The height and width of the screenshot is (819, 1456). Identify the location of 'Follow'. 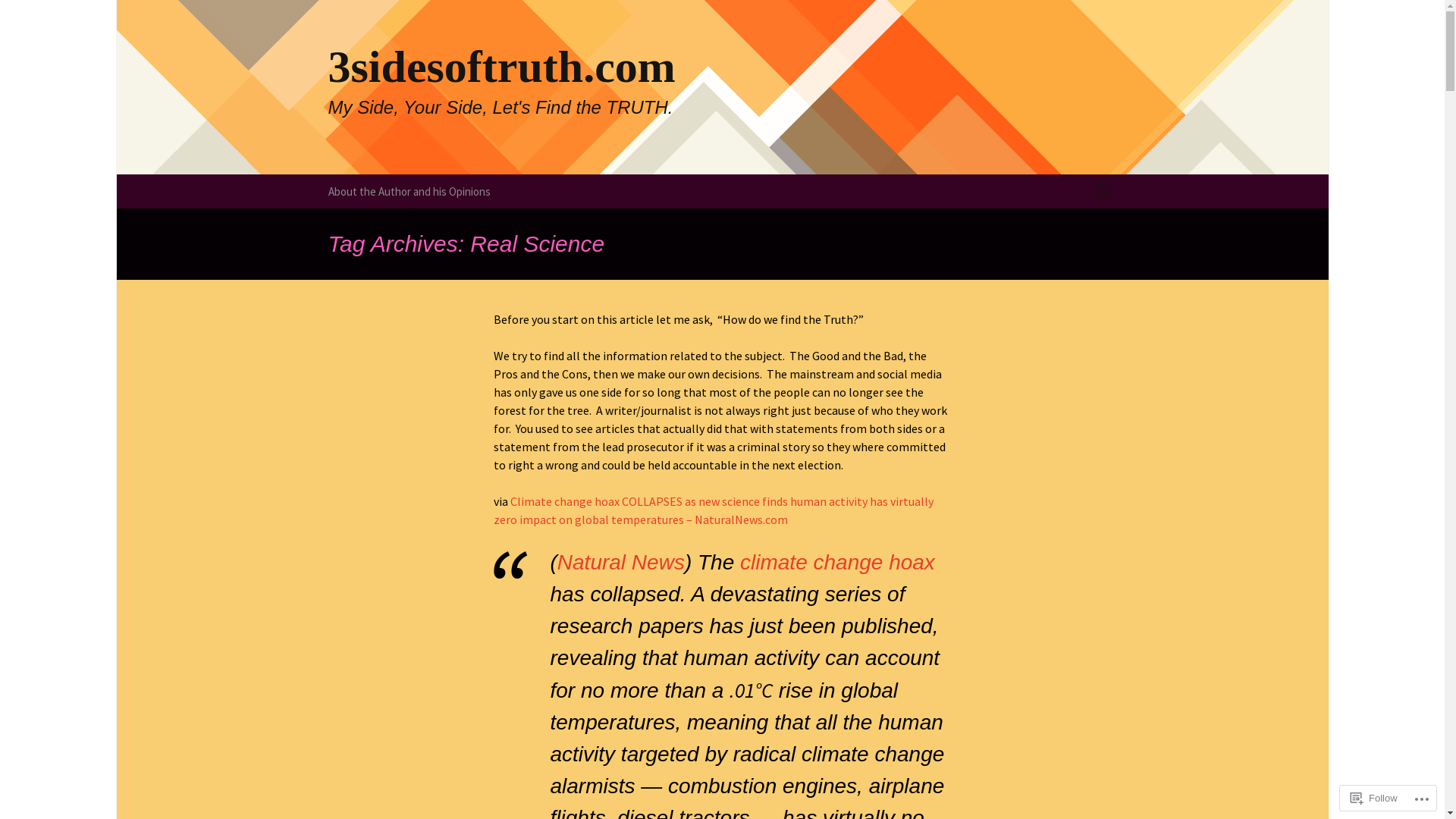
(1374, 797).